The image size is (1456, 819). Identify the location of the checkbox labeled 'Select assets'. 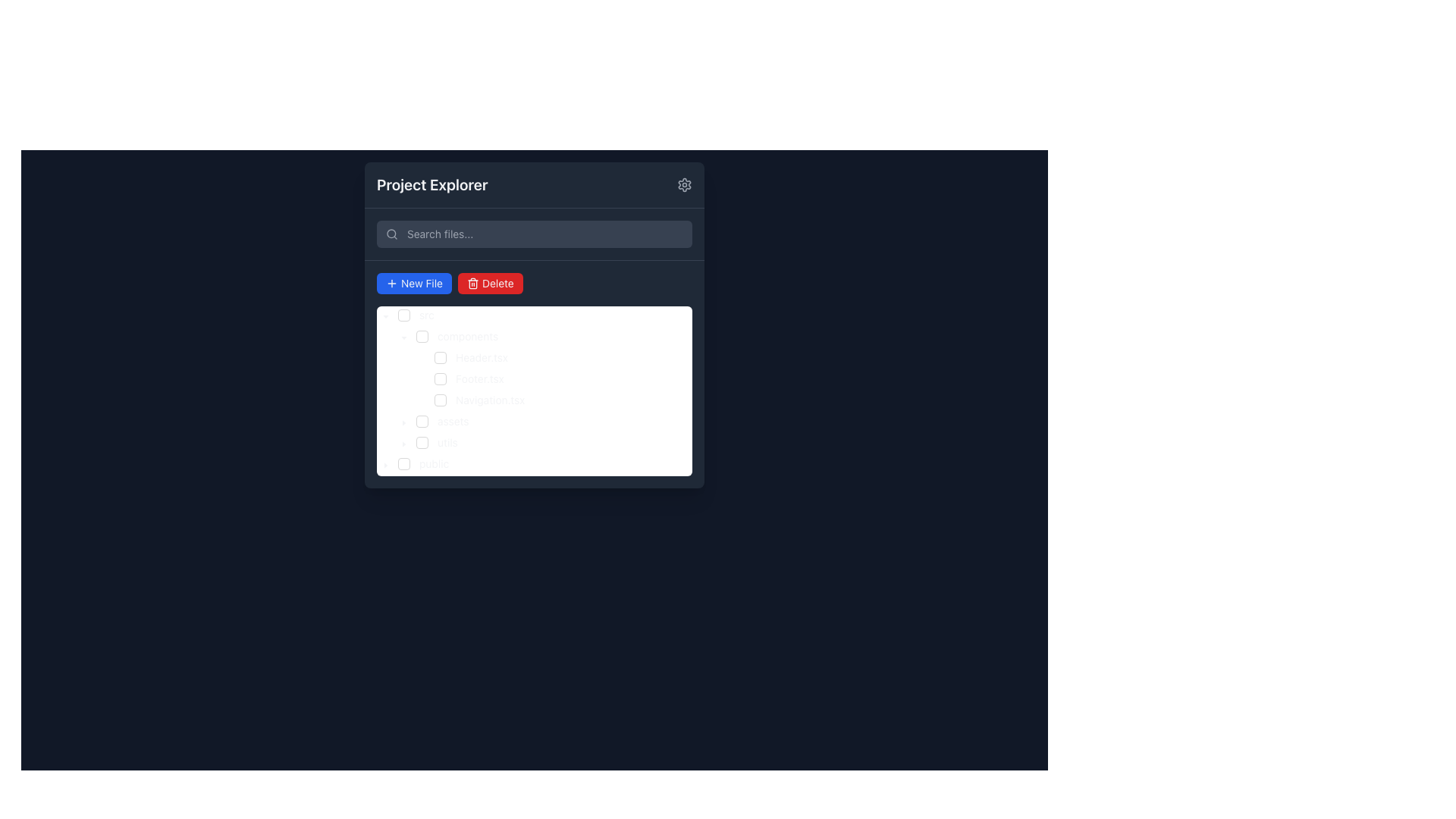
(422, 421).